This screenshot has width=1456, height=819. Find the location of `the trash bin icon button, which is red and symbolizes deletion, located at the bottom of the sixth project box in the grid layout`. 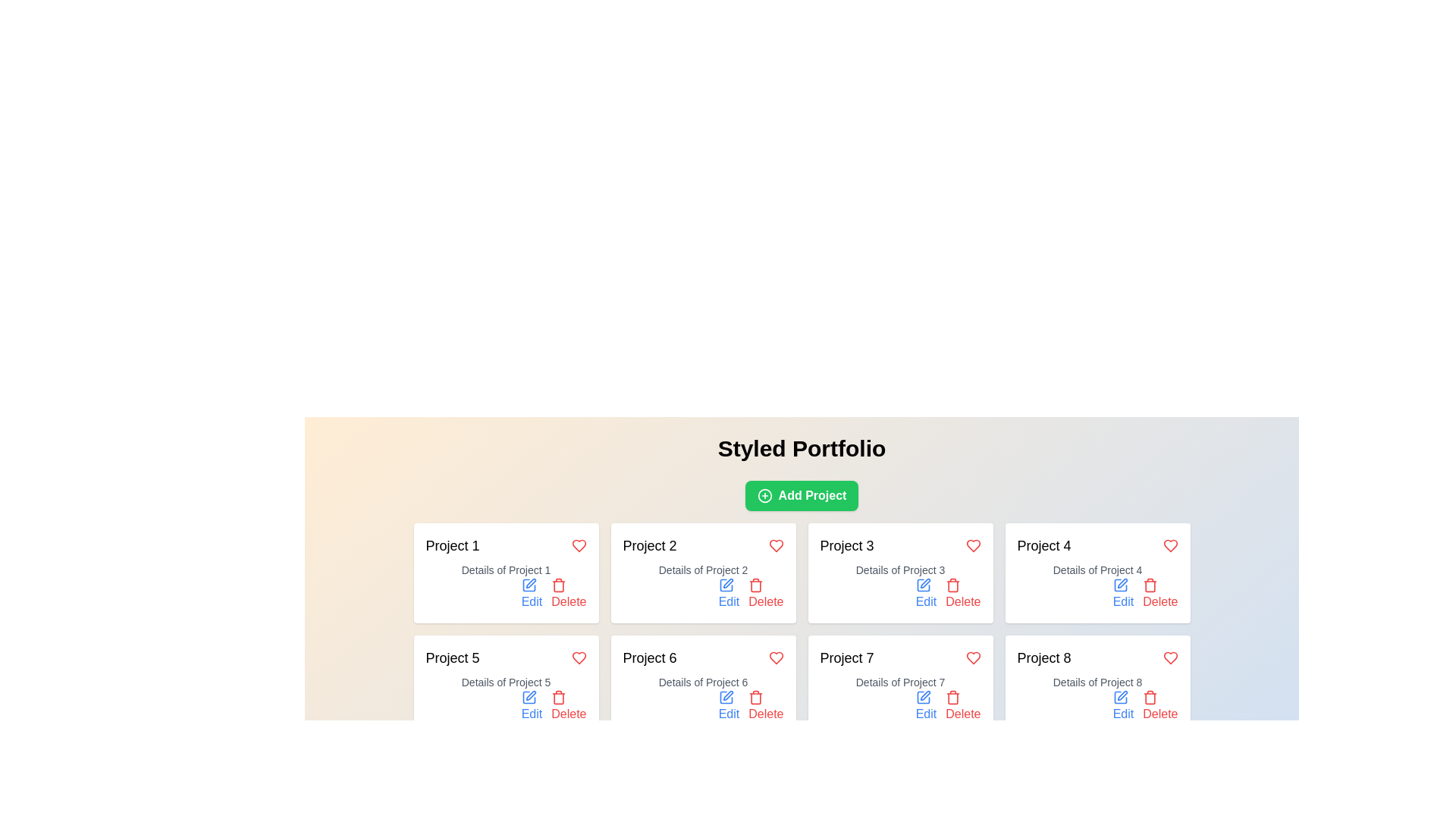

the trash bin icon button, which is red and symbolizes deletion, located at the bottom of the sixth project box in the grid layout is located at coordinates (756, 698).